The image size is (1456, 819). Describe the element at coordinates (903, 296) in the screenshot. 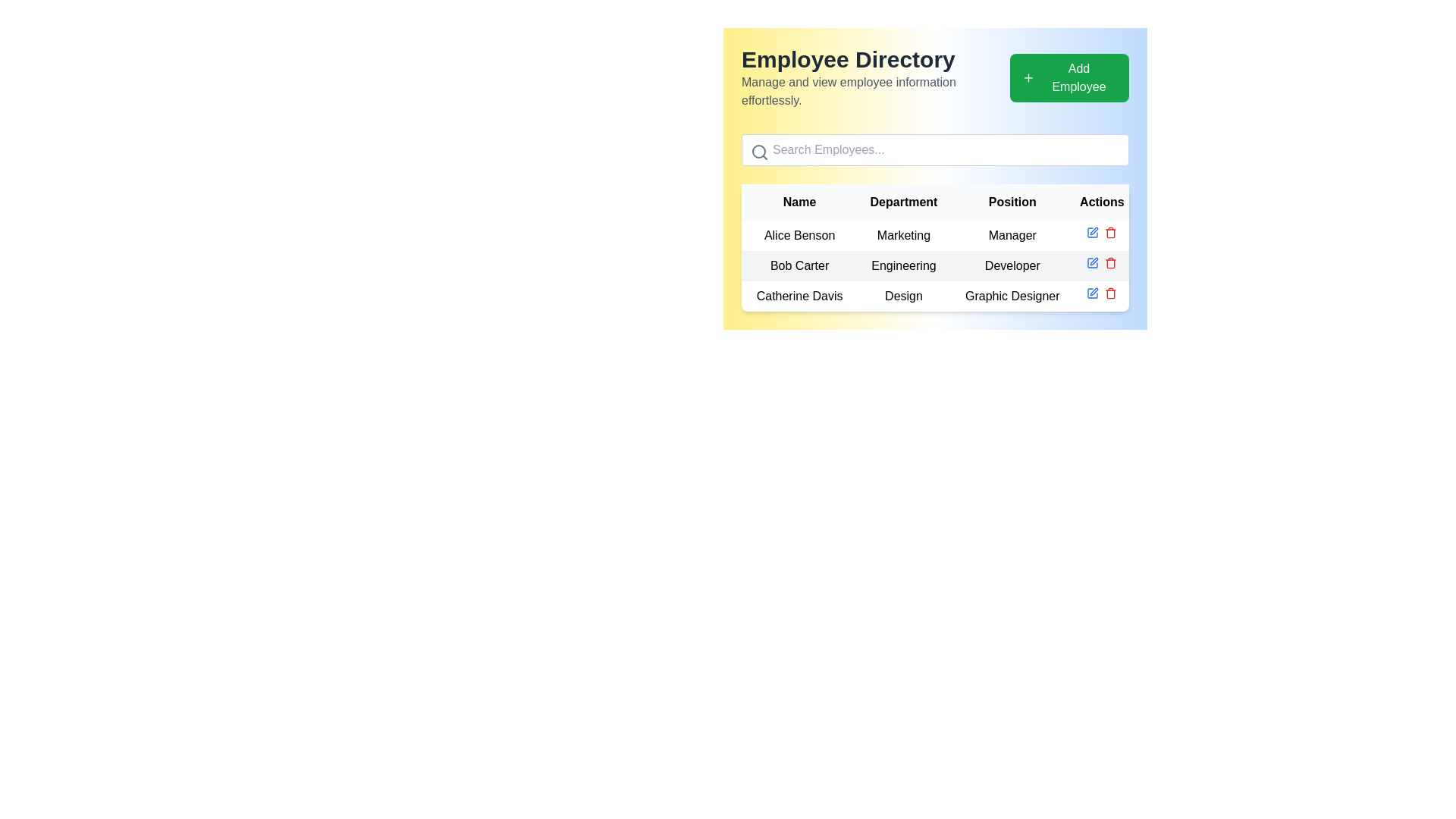

I see `the 'Design' text label in the third row and second column of the table, which corresponds to the department information for employee Catherine Davis` at that location.